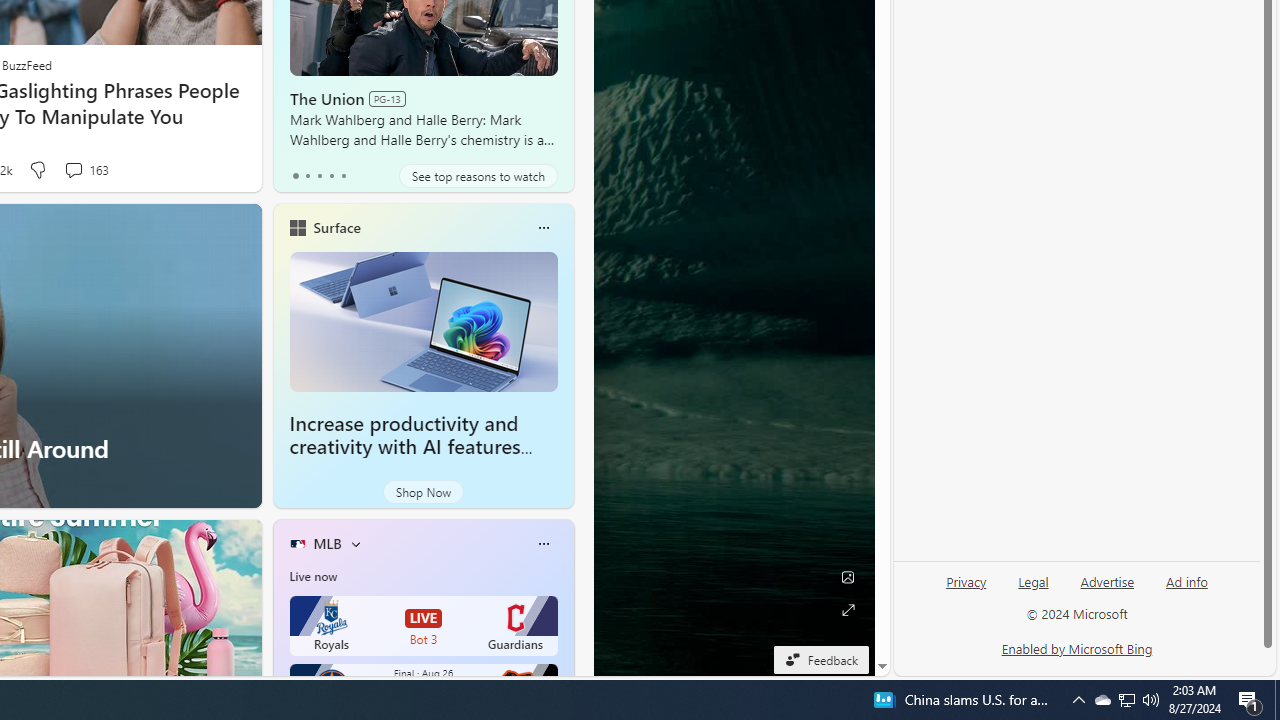 Image resolution: width=1280 pixels, height=720 pixels. I want to click on 'More interests', so click(355, 543).